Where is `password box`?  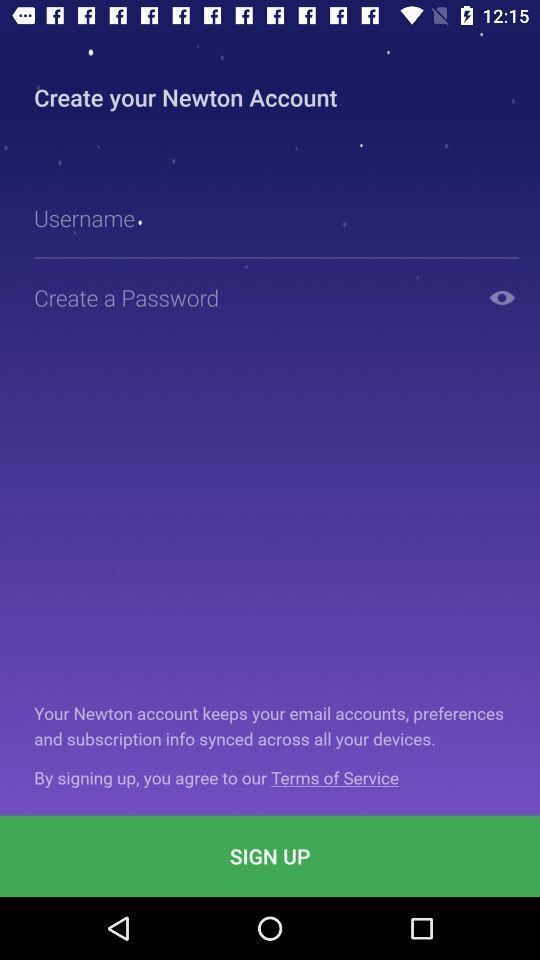 password box is located at coordinates (252, 296).